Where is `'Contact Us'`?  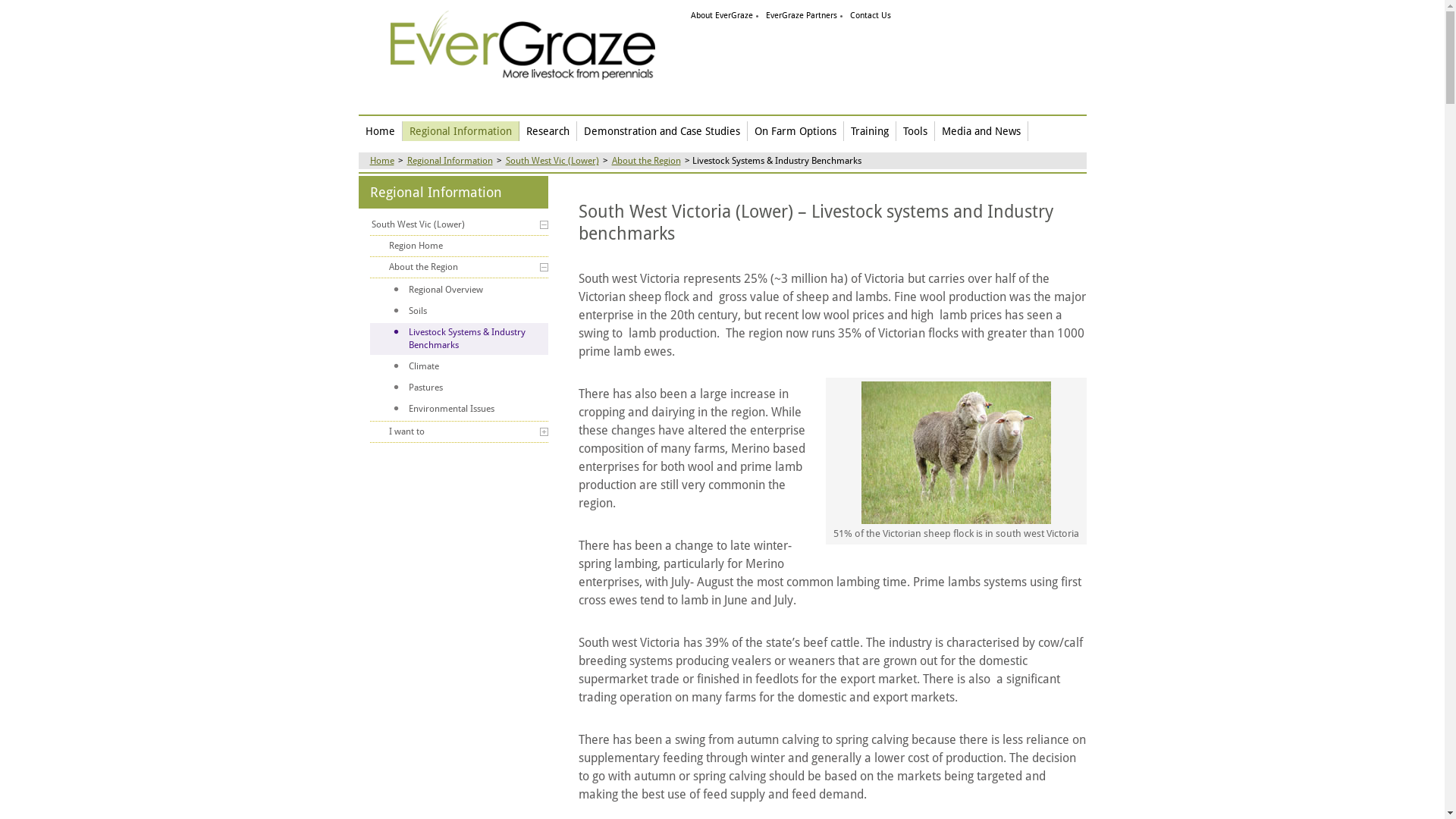 'Contact Us' is located at coordinates (870, 15).